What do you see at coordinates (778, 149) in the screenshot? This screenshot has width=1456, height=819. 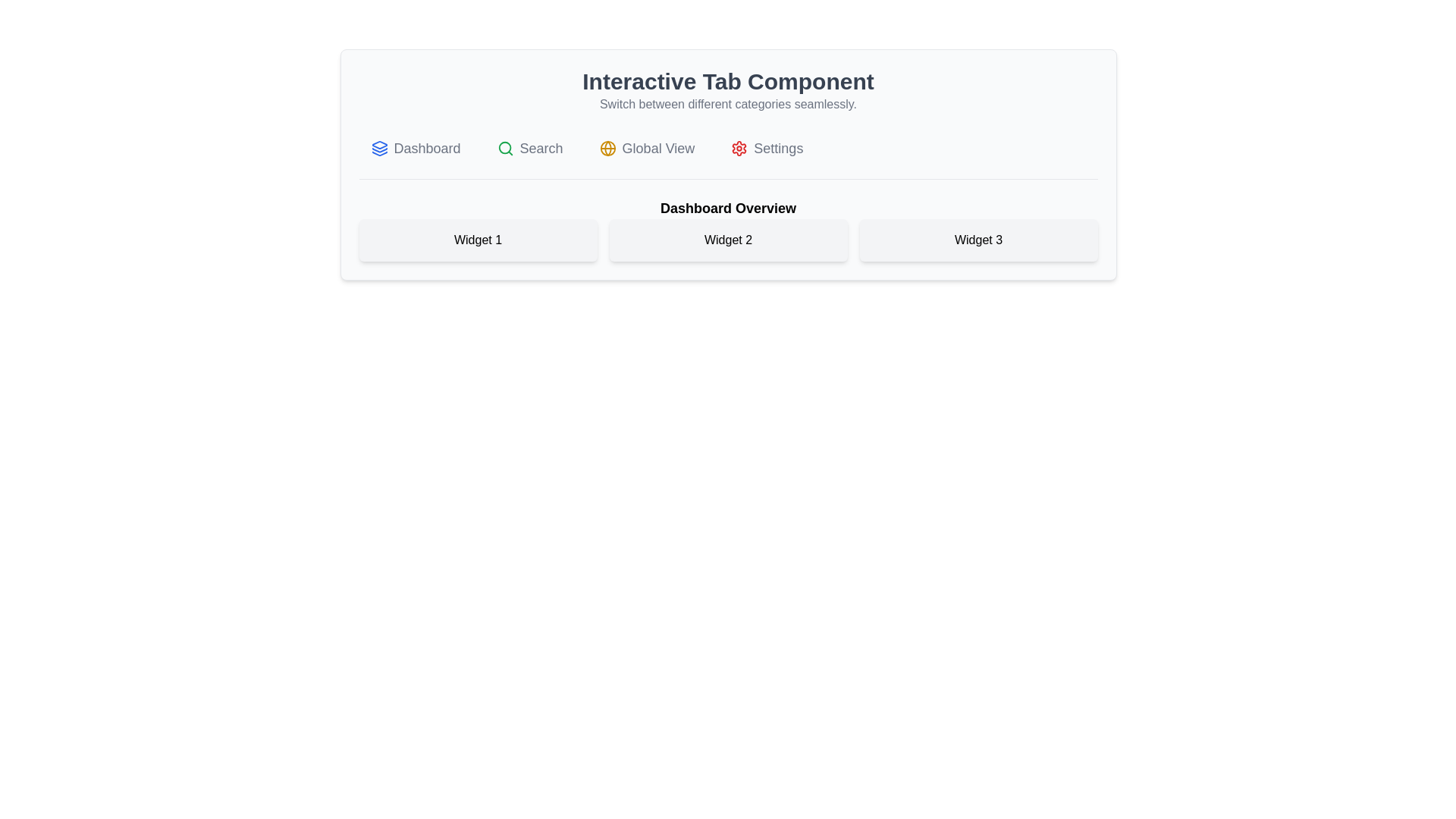 I see `the text label that is part of the settings or configuration feature, located among navigation items at the top of the interface` at bounding box center [778, 149].